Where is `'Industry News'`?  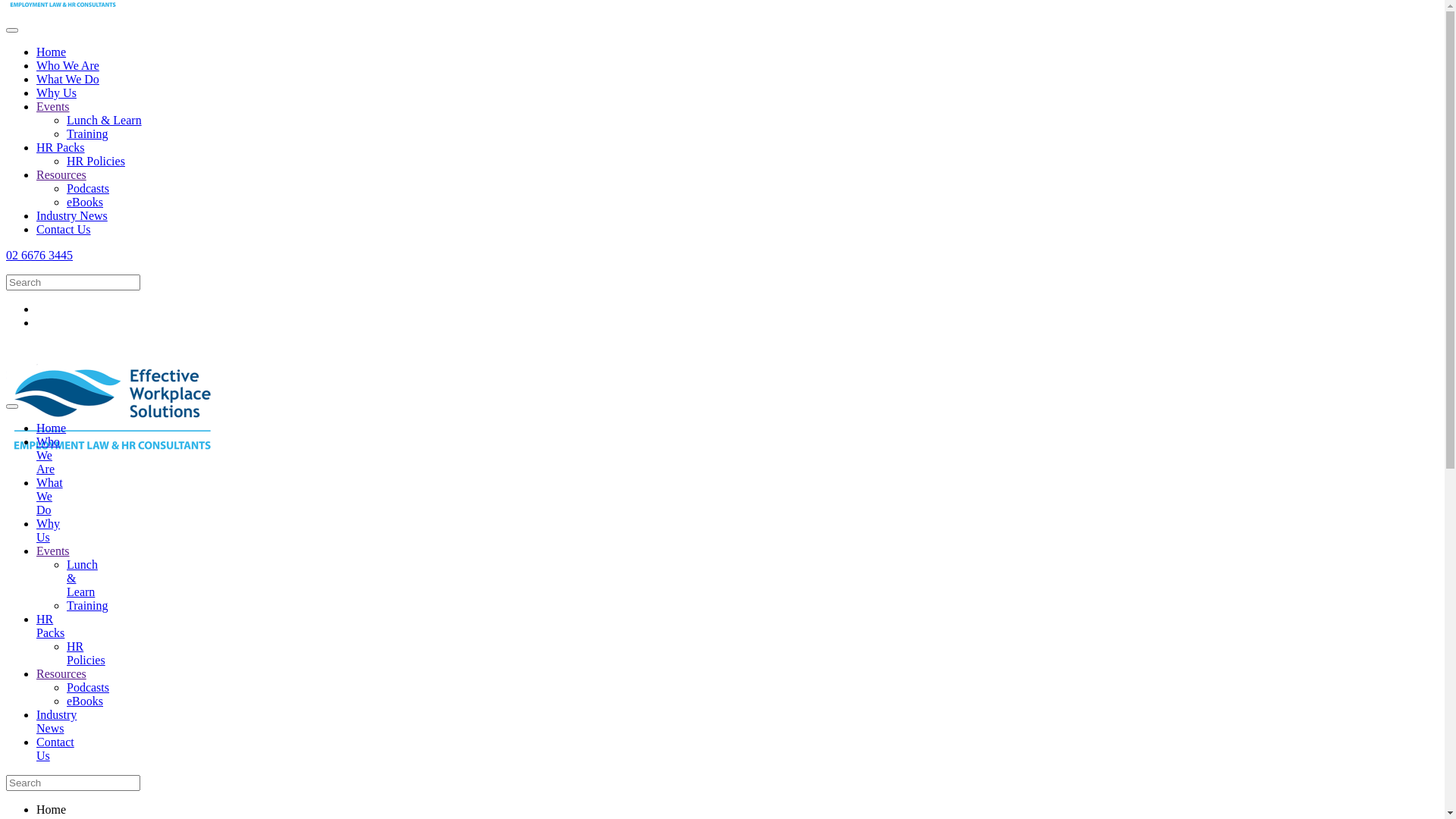 'Industry News' is located at coordinates (56, 720).